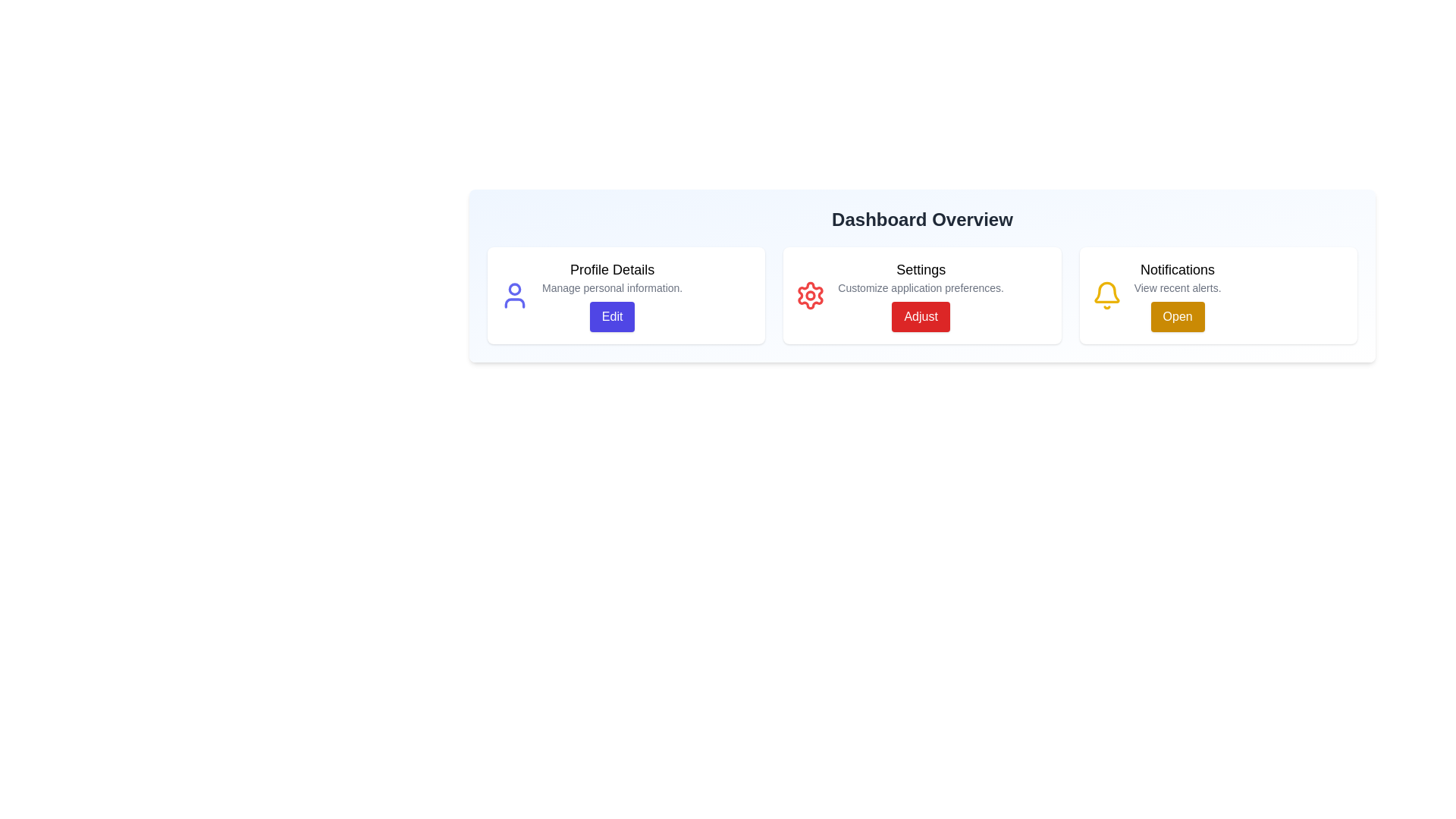 Image resolution: width=1456 pixels, height=819 pixels. What do you see at coordinates (514, 295) in the screenshot?
I see `the user silhouette icon located at the top left of the 'Profile Details' card on the dashboard` at bounding box center [514, 295].